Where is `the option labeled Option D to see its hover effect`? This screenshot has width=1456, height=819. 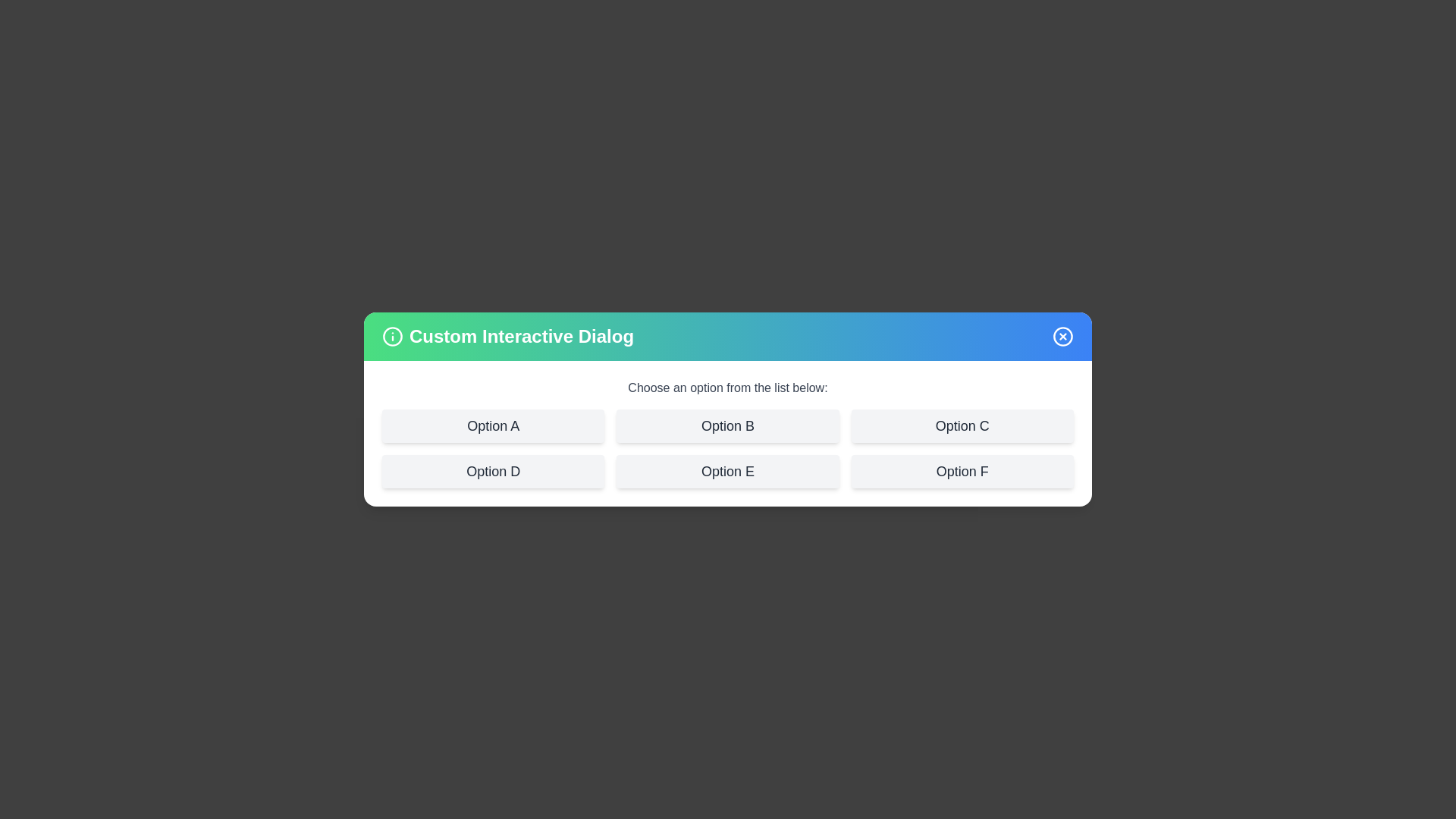
the option labeled Option D to see its hover effect is located at coordinates (493, 470).